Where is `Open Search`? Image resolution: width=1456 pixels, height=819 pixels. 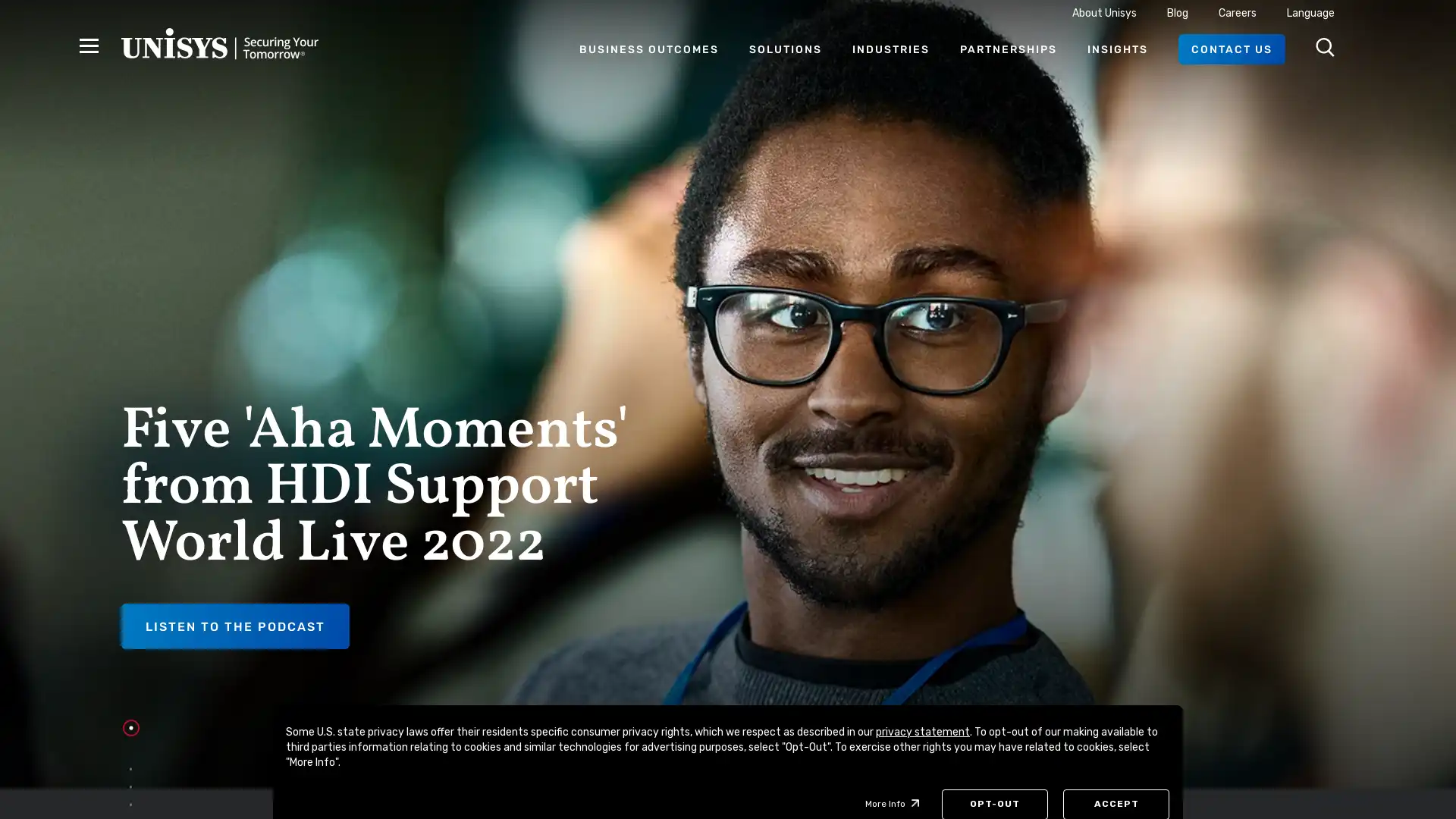 Open Search is located at coordinates (1324, 46).